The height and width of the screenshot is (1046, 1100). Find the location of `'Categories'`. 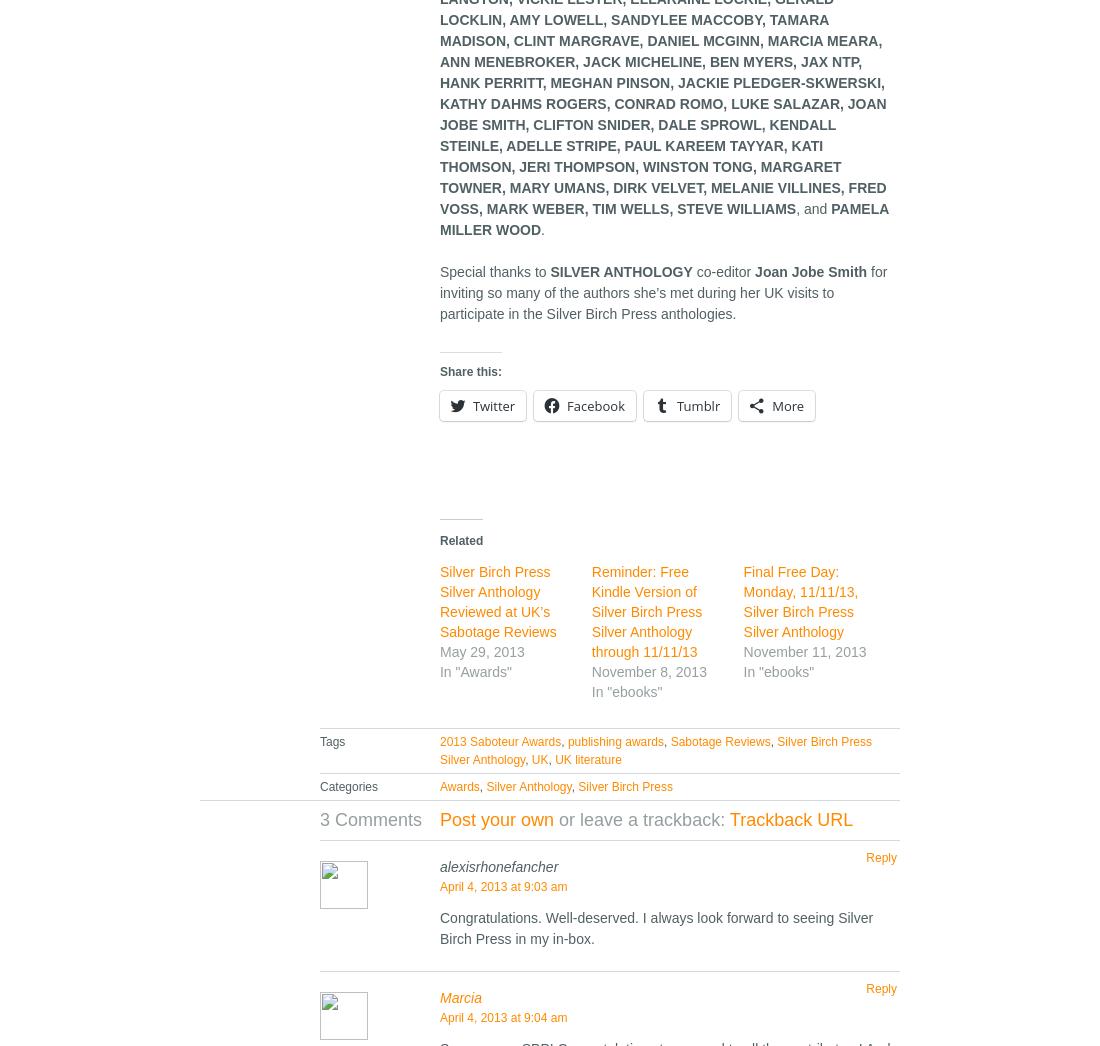

'Categories' is located at coordinates (318, 787).